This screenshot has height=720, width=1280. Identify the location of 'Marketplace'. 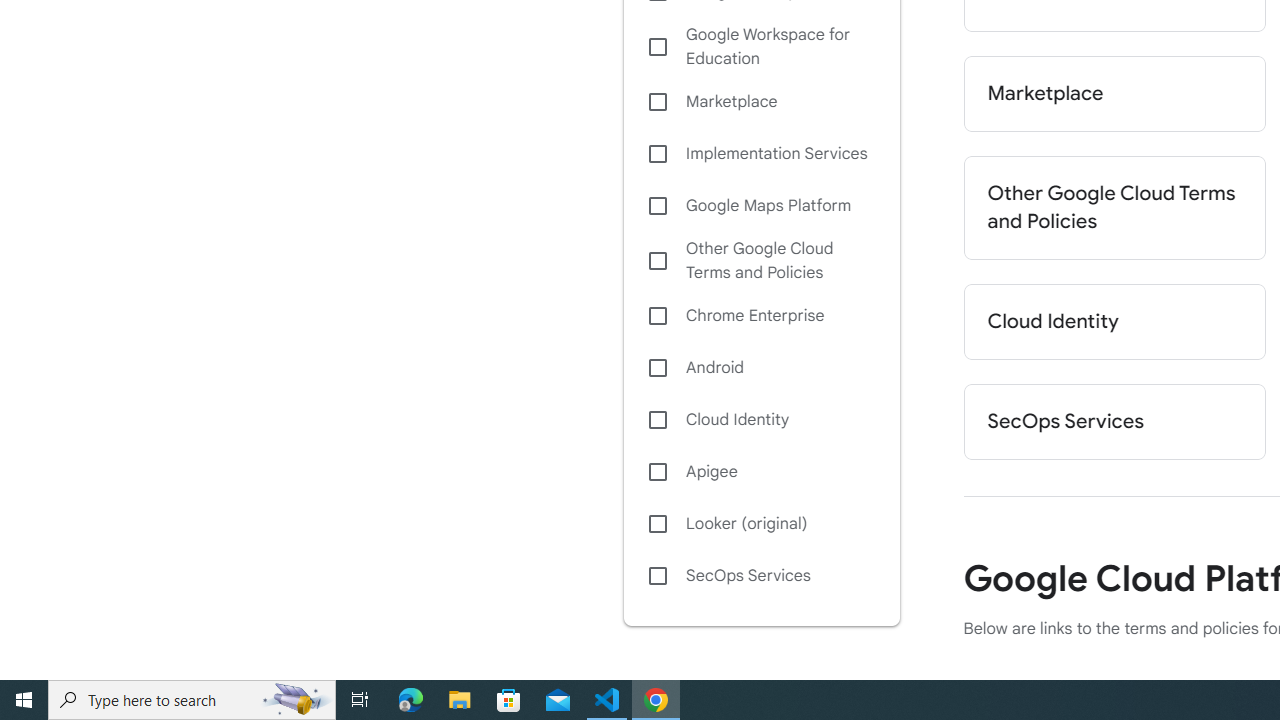
(1113, 93).